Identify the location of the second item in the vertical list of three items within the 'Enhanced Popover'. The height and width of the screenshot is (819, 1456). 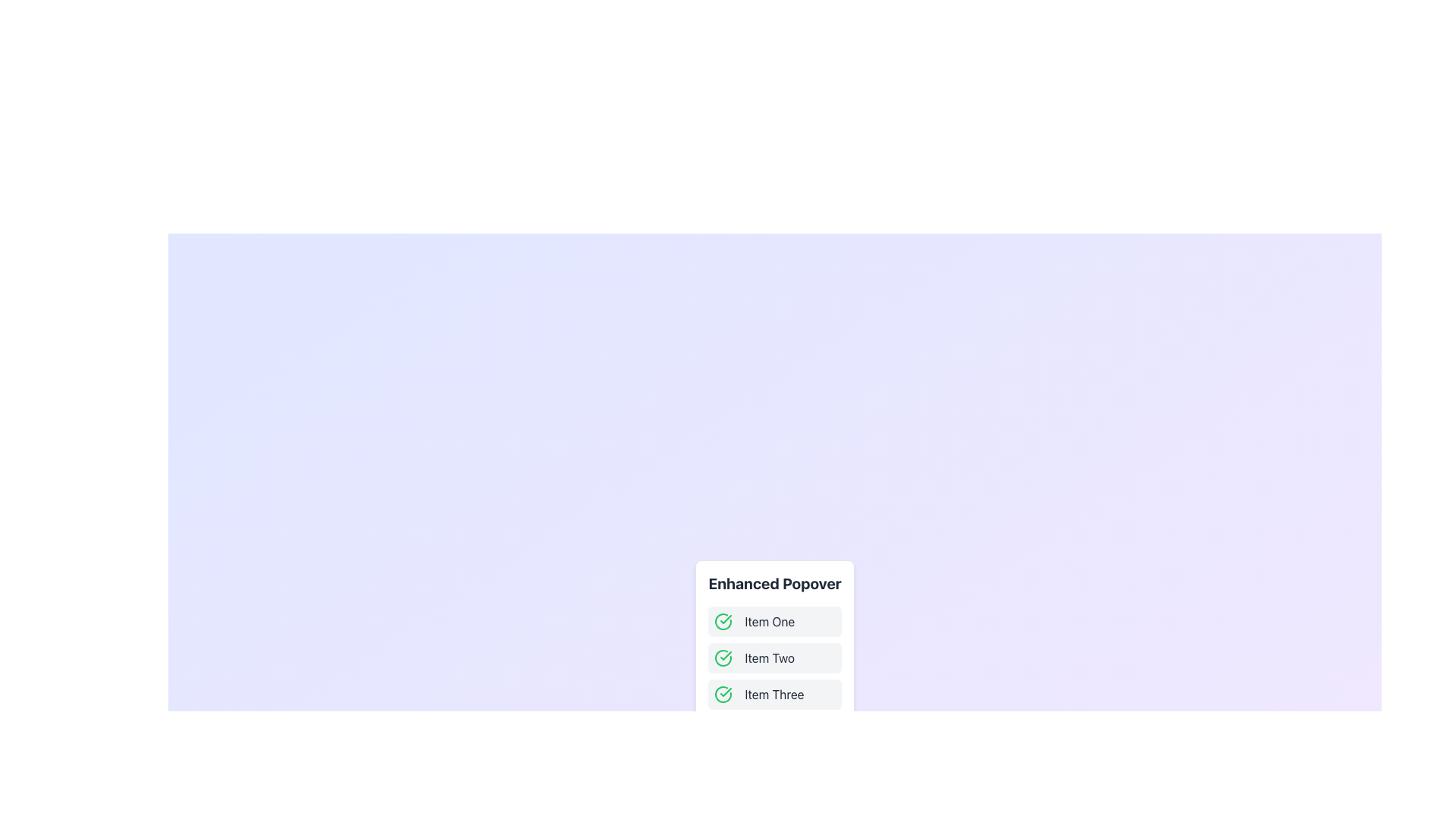
(775, 657).